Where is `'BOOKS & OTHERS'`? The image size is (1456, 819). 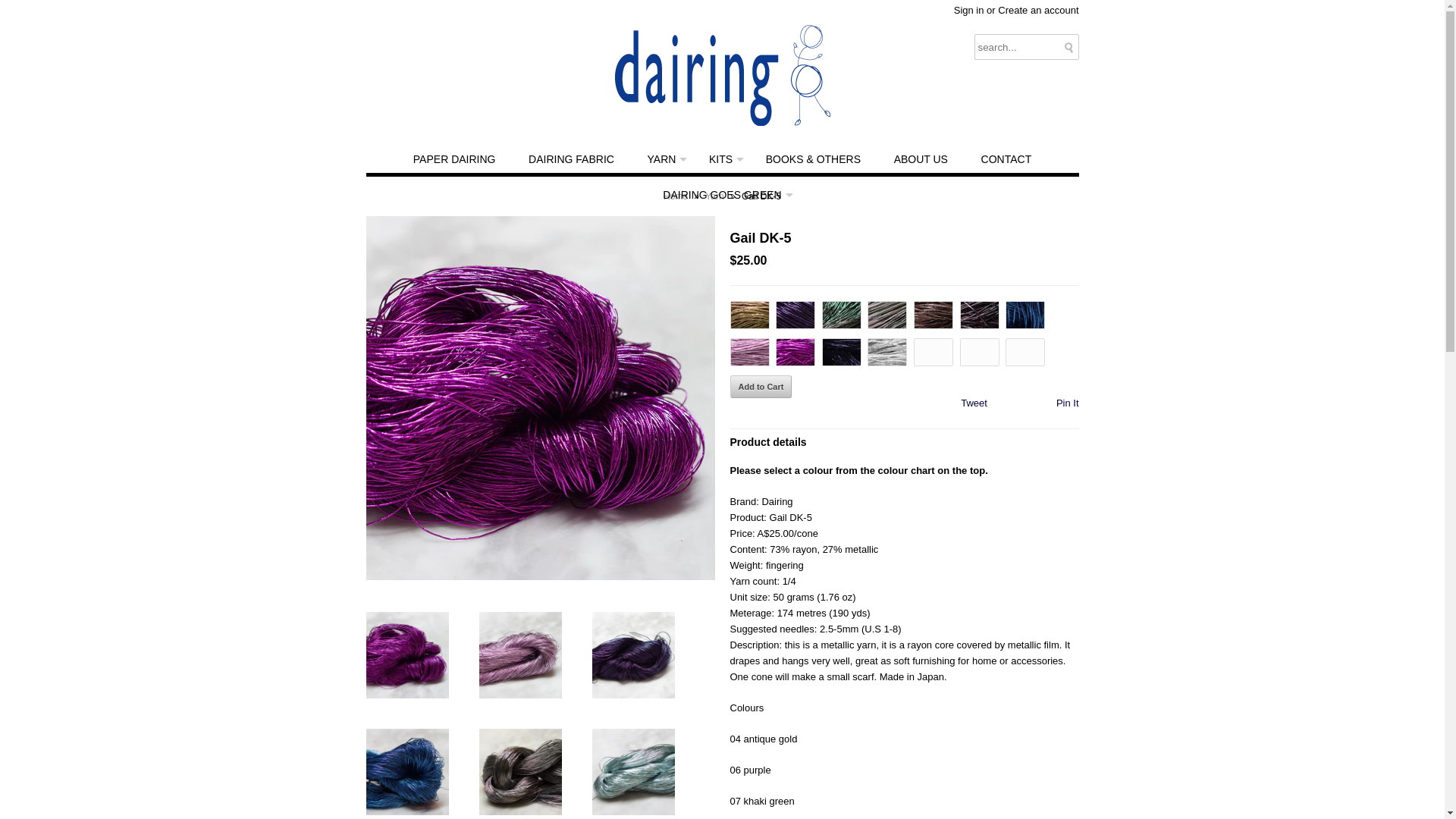 'BOOKS & OTHERS' is located at coordinates (812, 159).